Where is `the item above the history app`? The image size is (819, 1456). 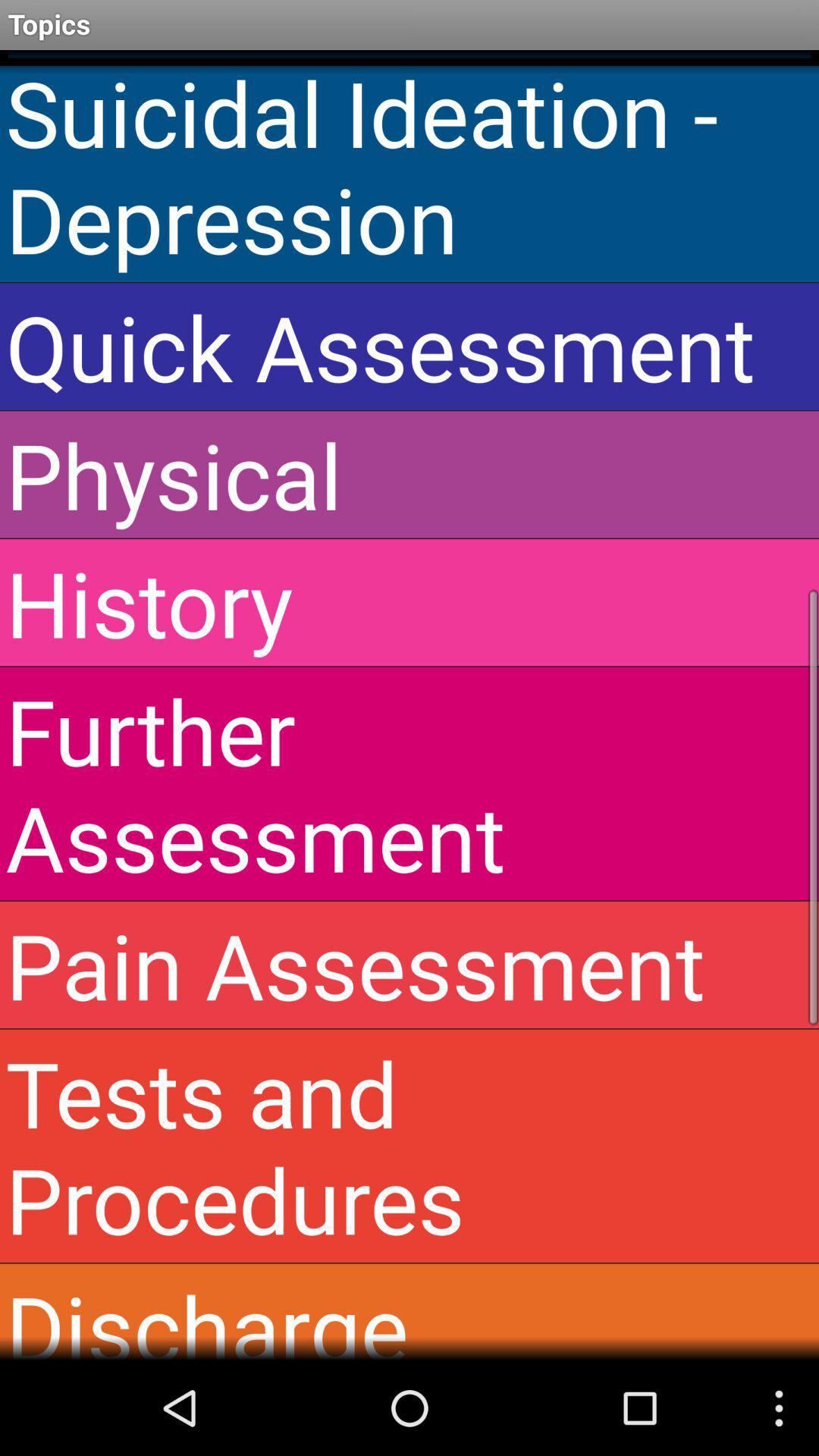
the item above the history app is located at coordinates (409, 473).